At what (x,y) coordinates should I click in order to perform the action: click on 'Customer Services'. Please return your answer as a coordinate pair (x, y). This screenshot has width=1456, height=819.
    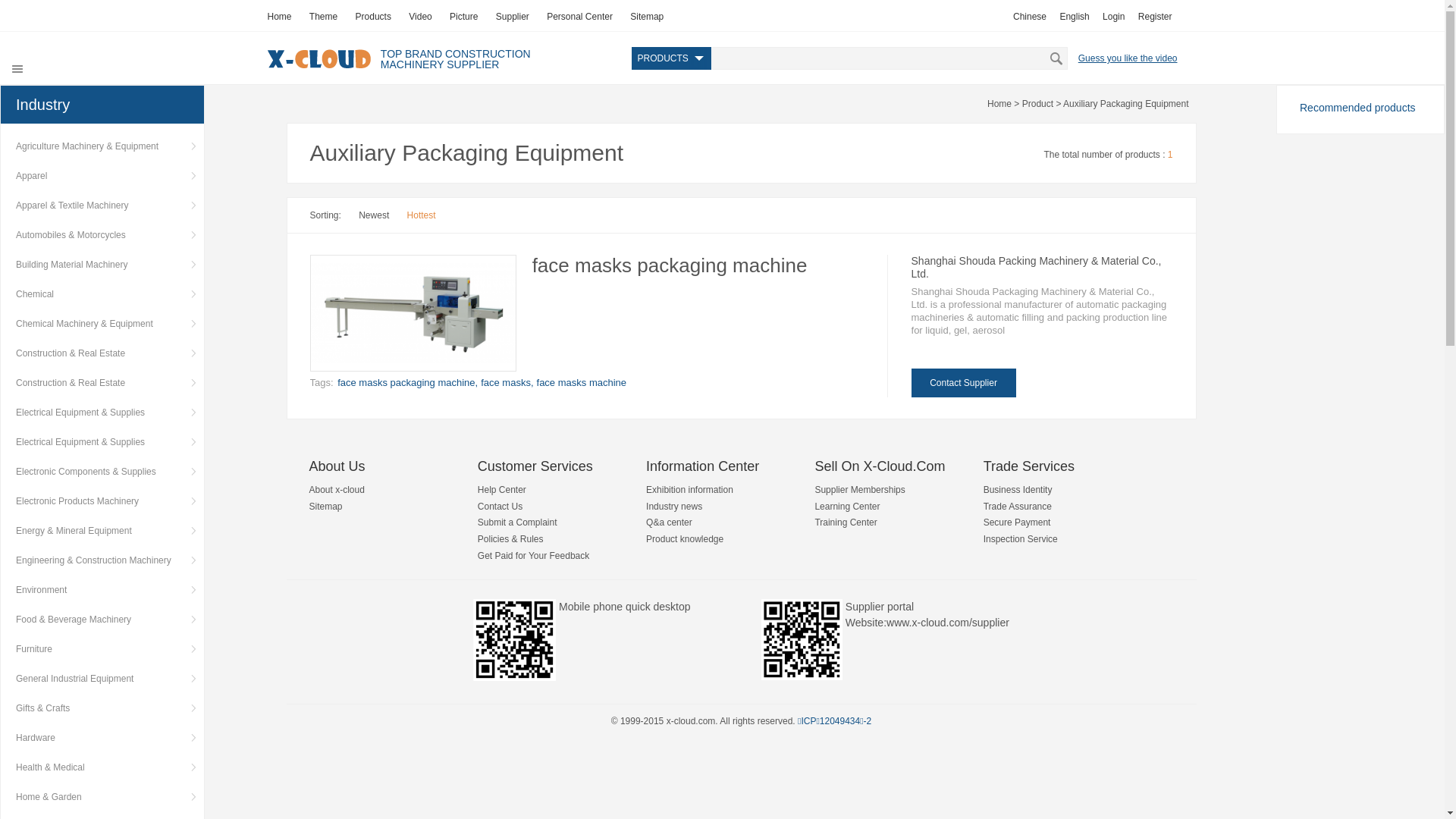
    Looking at the image, I should click on (535, 465).